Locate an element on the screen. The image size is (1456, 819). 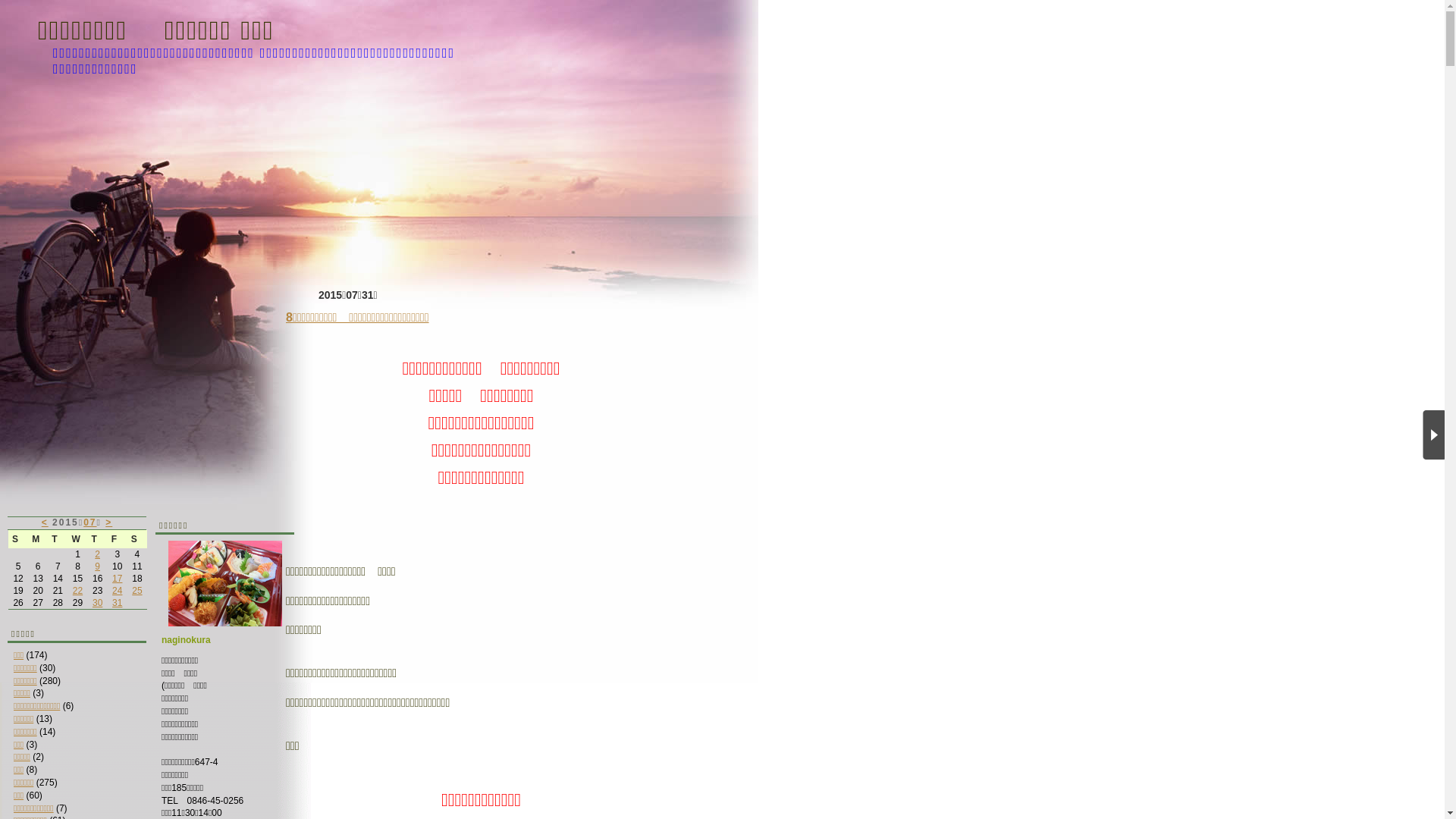
'22' is located at coordinates (77, 590).